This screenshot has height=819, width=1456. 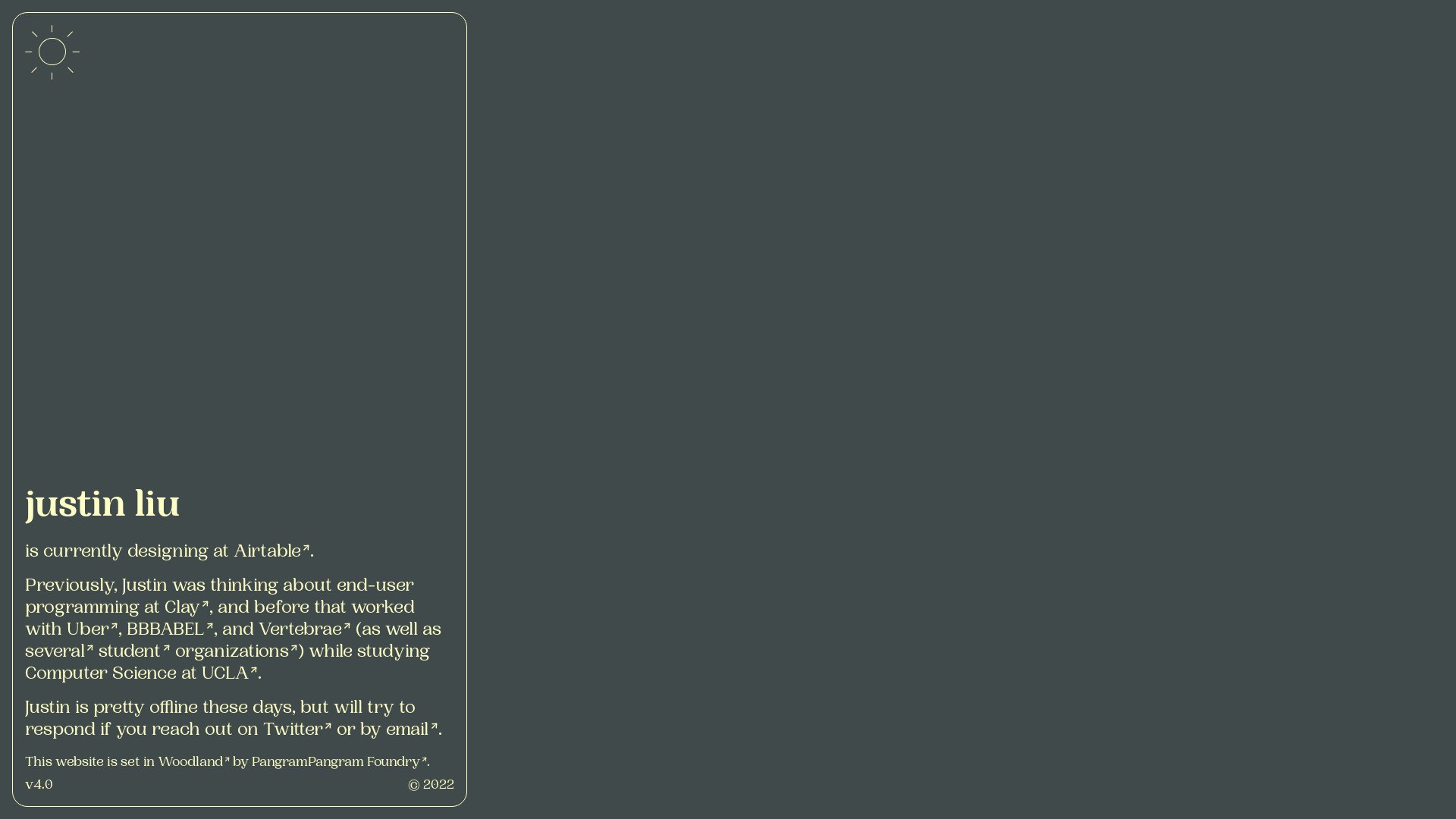 I want to click on 'email', so click(x=411, y=730).